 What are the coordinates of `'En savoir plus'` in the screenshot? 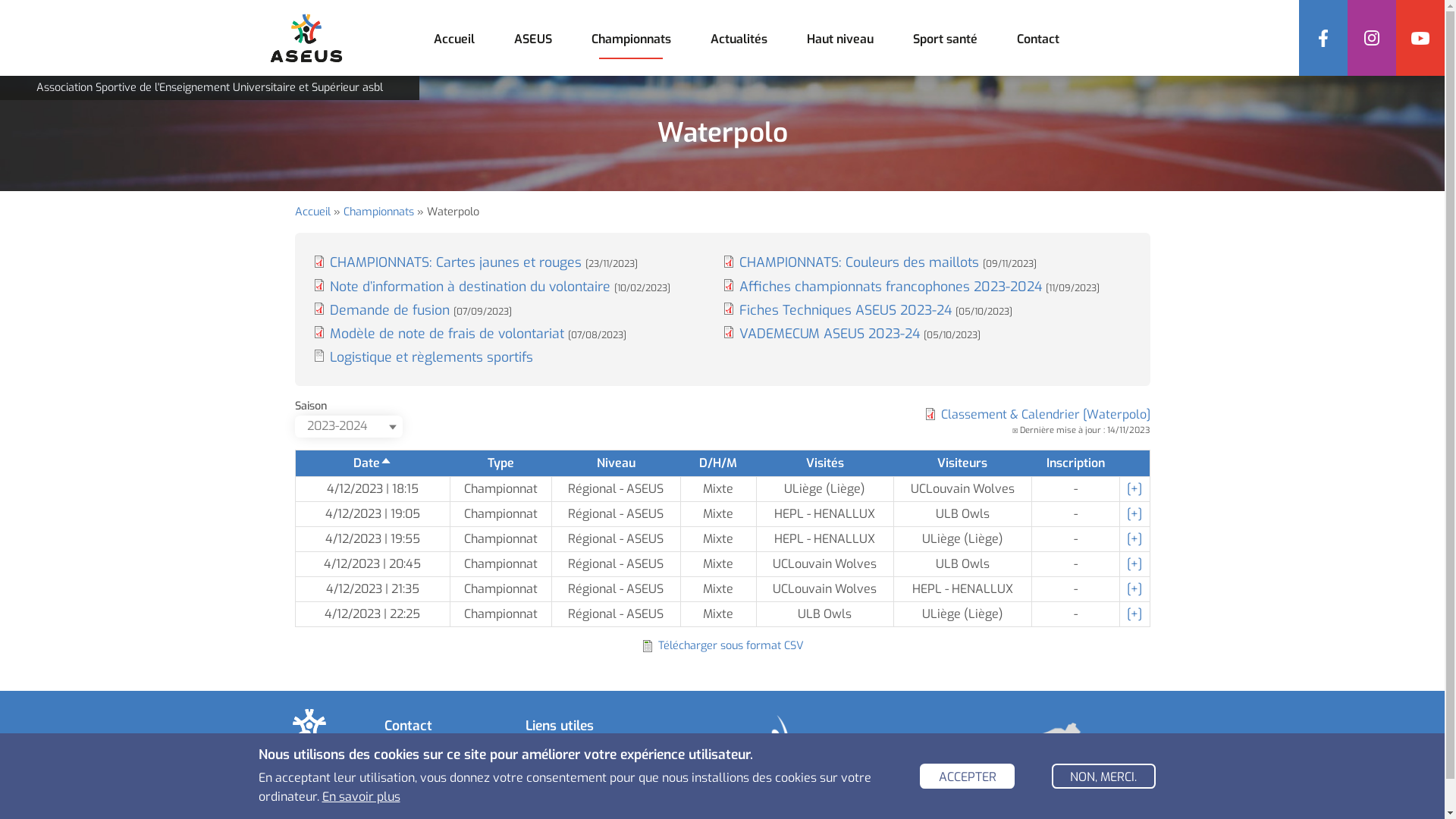 It's located at (359, 795).